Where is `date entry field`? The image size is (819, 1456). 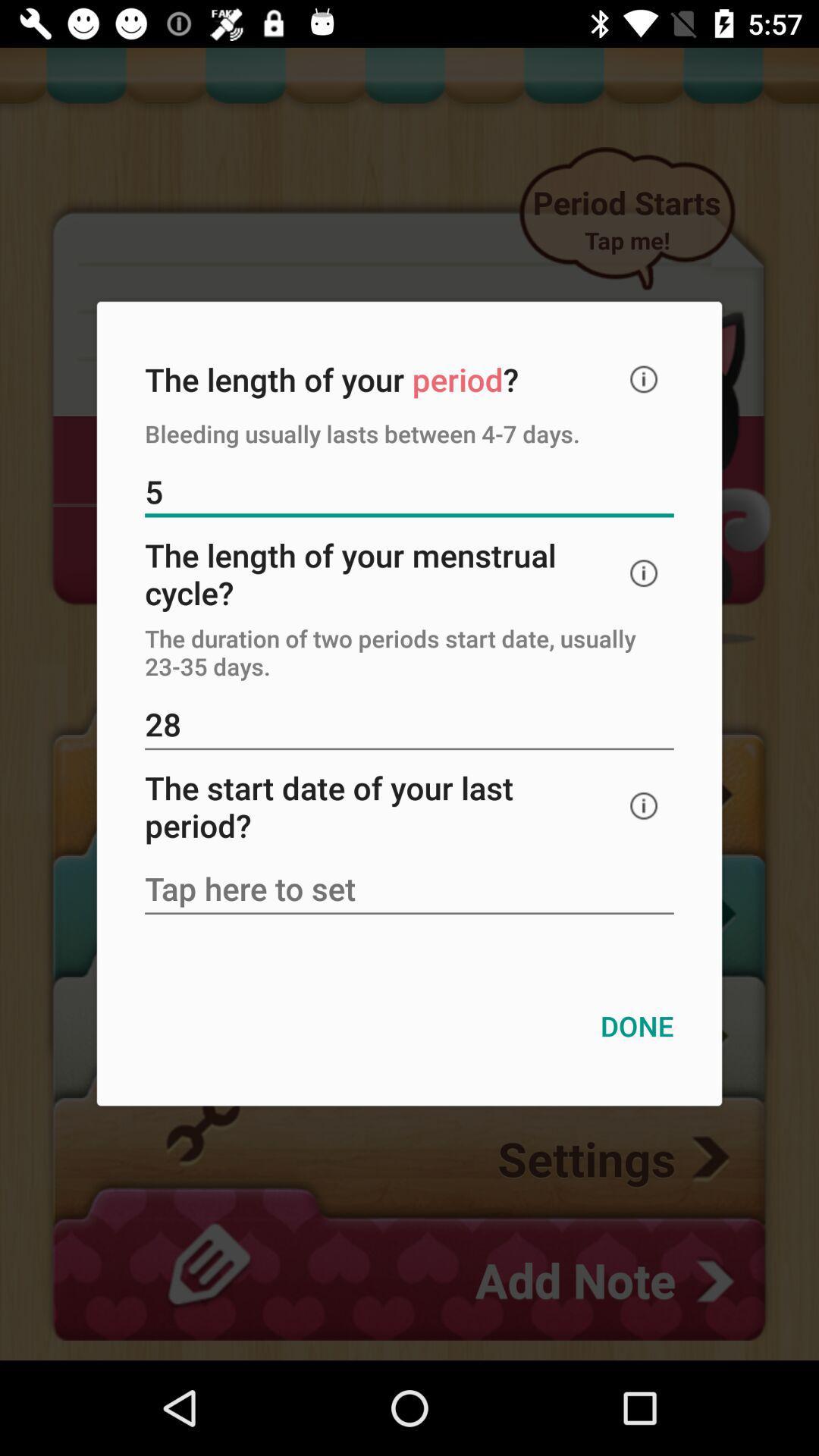 date entry field is located at coordinates (409, 890).